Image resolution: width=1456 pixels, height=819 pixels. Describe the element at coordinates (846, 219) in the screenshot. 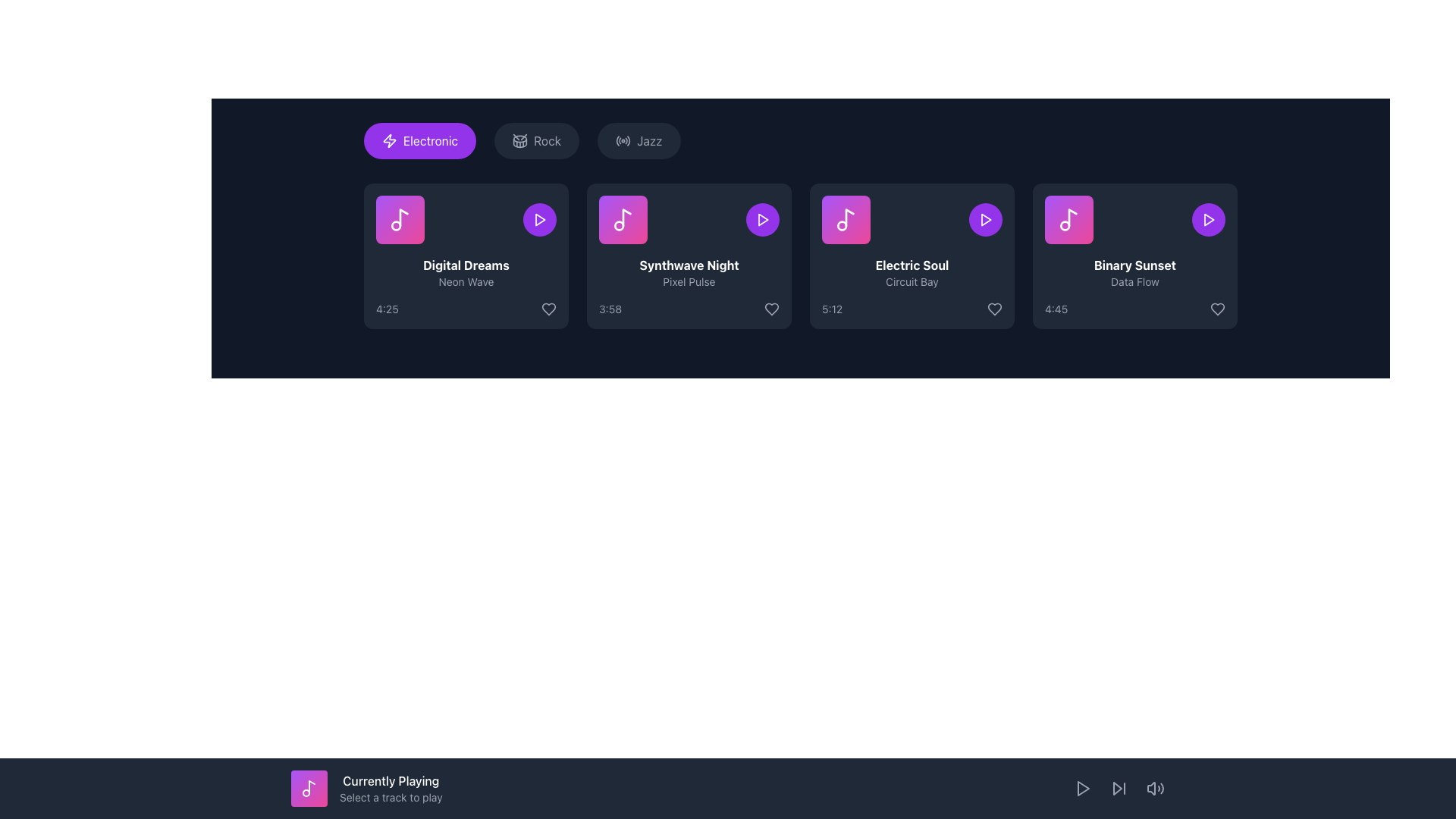

I see `the square icon with a gradient background transitioning from purple to pink and a white musical note symbol in the center` at that location.